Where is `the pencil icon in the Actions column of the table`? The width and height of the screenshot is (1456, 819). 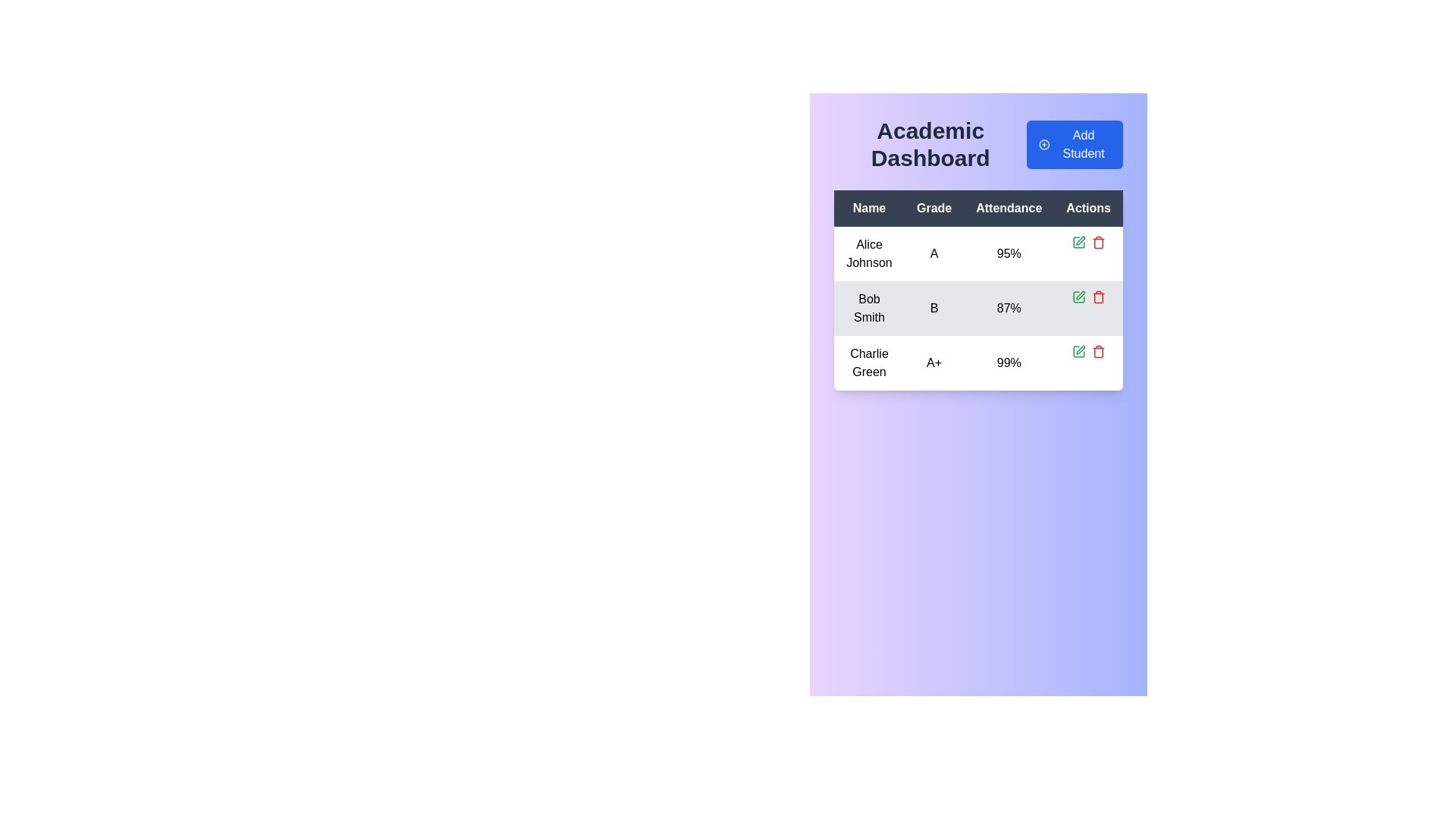 the pencil icon in the Actions column of the table is located at coordinates (1079, 295).